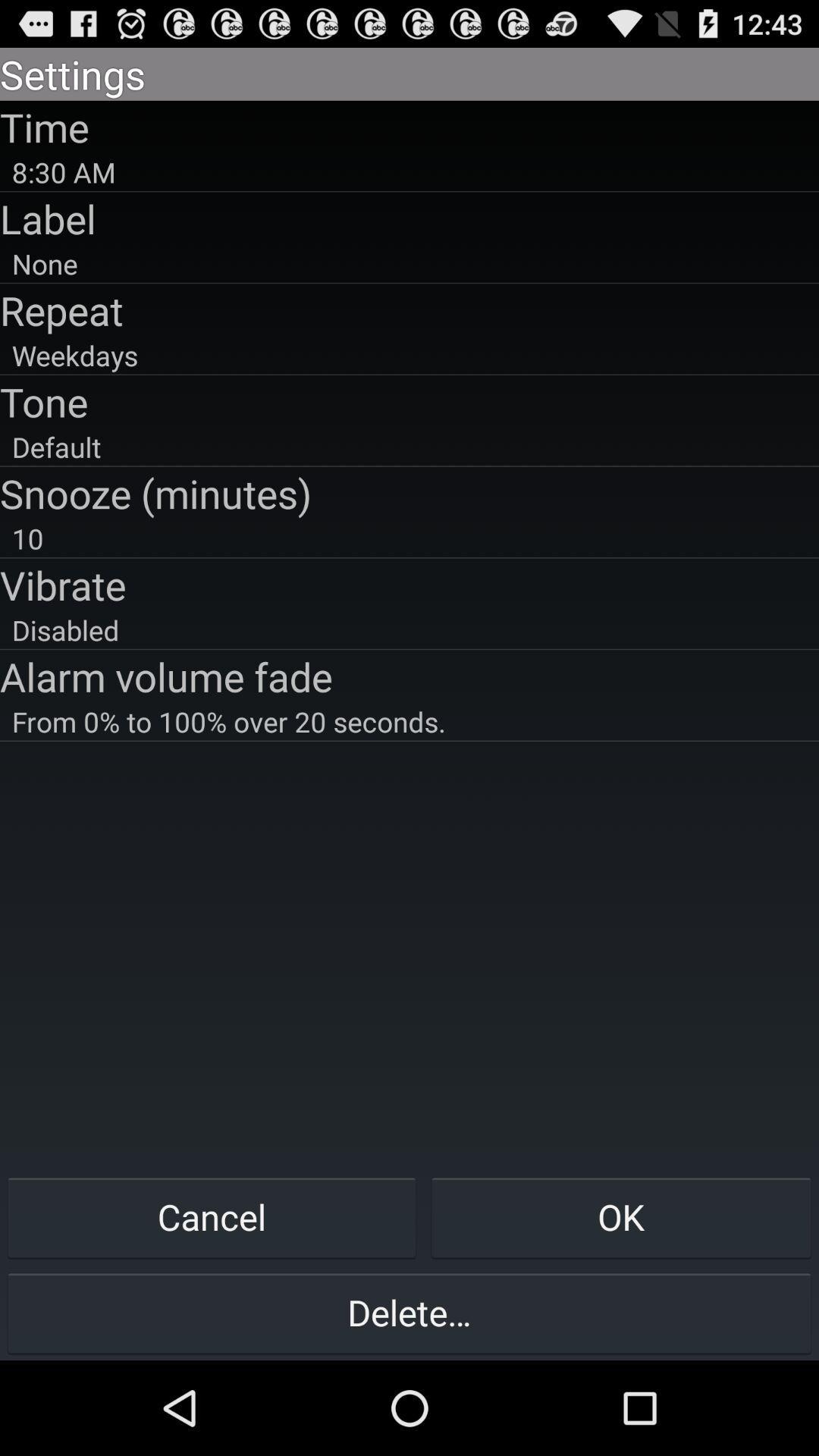 The width and height of the screenshot is (819, 1456). What do you see at coordinates (621, 1216) in the screenshot?
I see `ok icon` at bounding box center [621, 1216].